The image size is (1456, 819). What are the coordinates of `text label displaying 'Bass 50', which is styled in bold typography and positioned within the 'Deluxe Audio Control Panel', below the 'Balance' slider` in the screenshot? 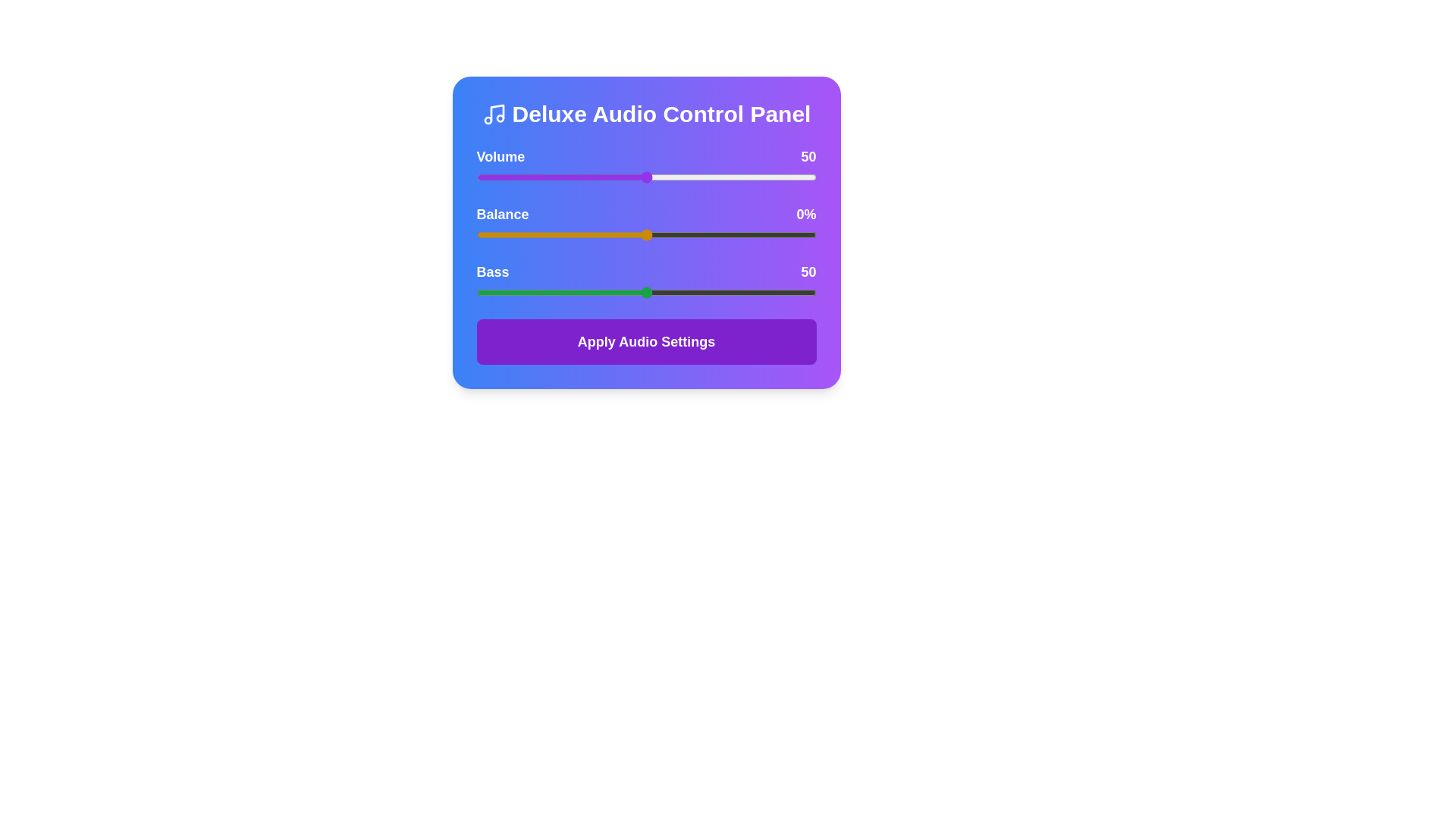 It's located at (646, 271).